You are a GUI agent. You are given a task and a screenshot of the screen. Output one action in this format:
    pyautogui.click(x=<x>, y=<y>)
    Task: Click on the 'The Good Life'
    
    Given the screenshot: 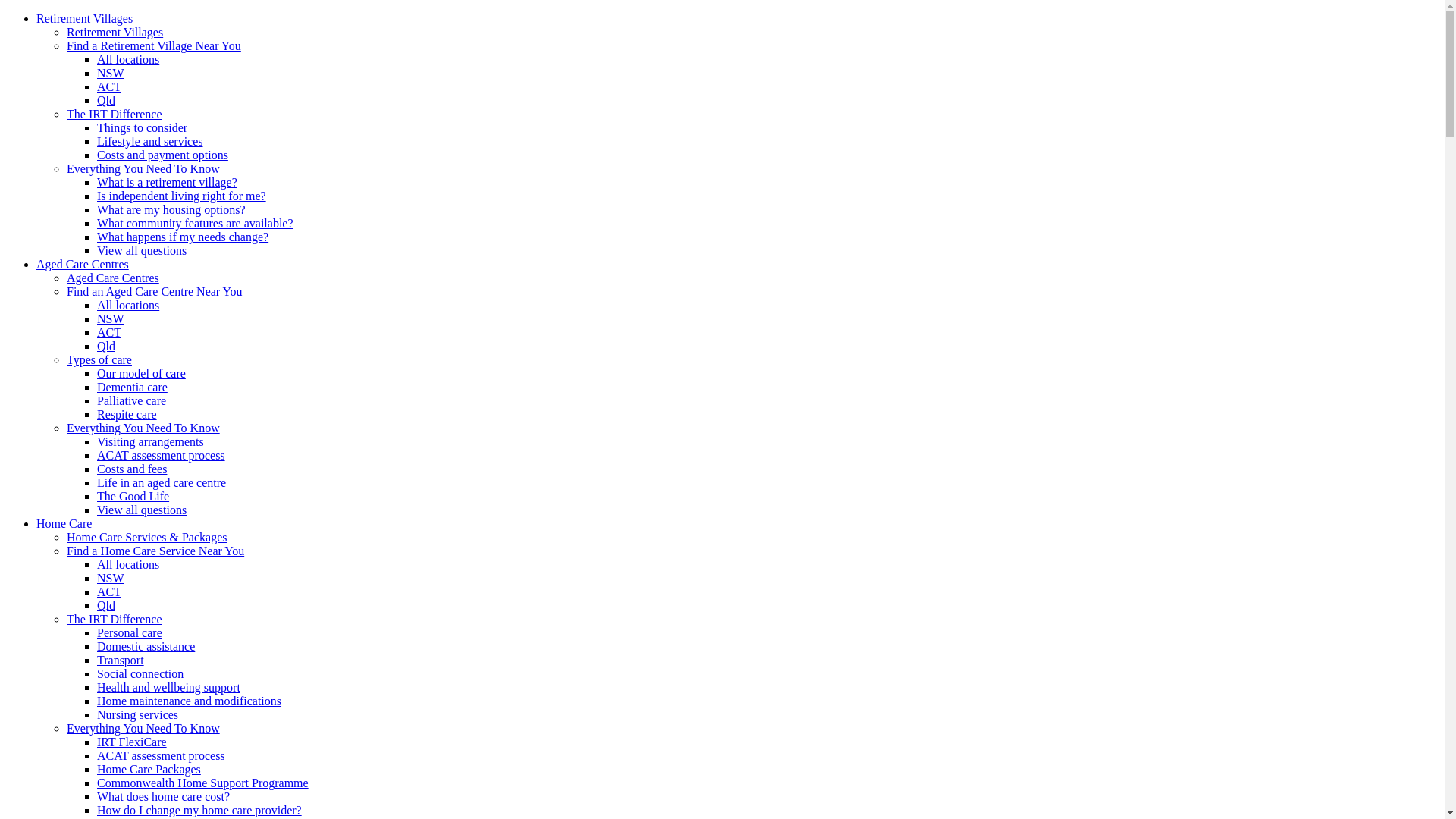 What is the action you would take?
    pyautogui.click(x=133, y=496)
    